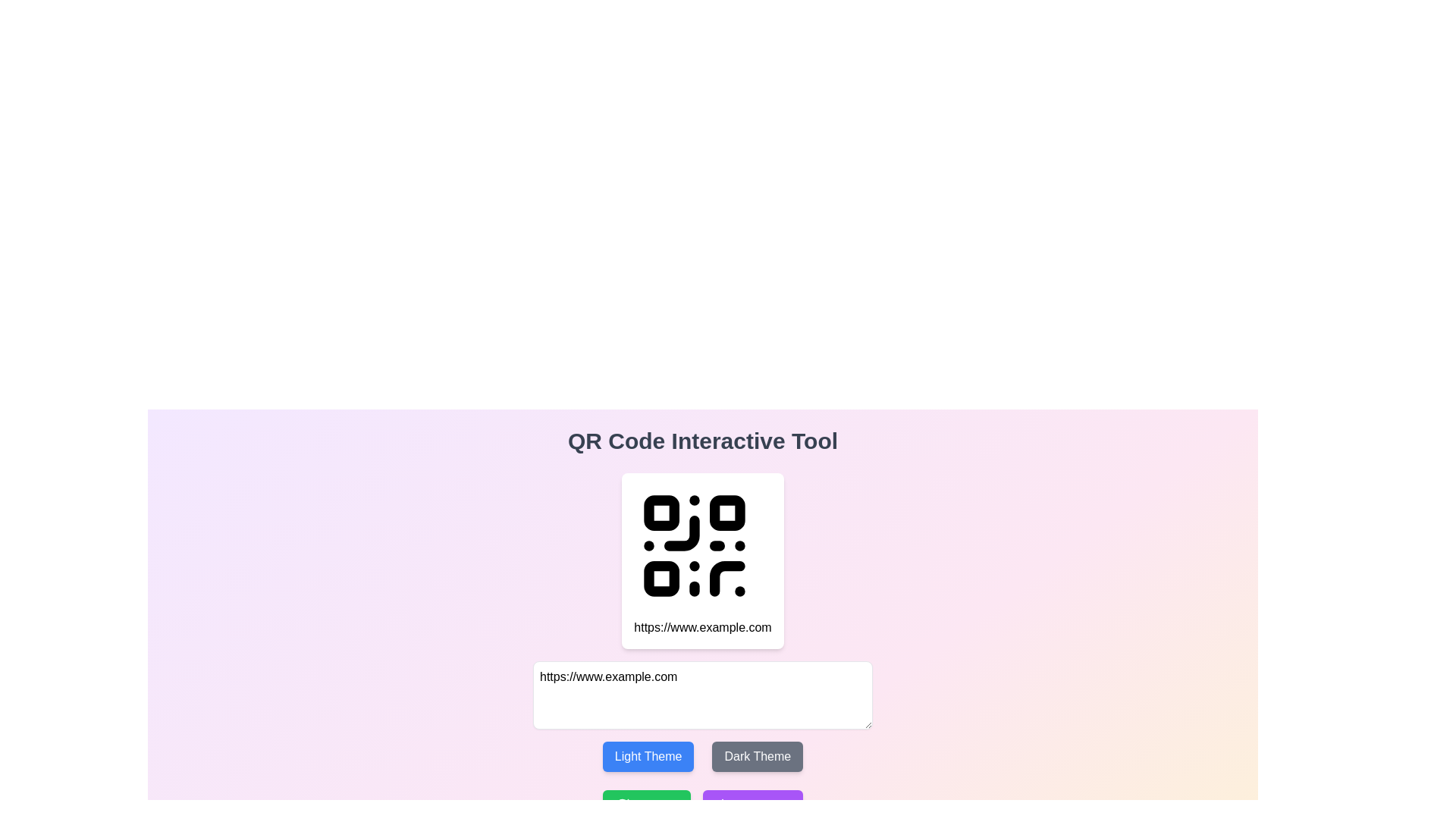  Describe the element at coordinates (722, 804) in the screenshot. I see `the download icon located to the left of the 'Download' button at the bottom left area of the page` at that location.